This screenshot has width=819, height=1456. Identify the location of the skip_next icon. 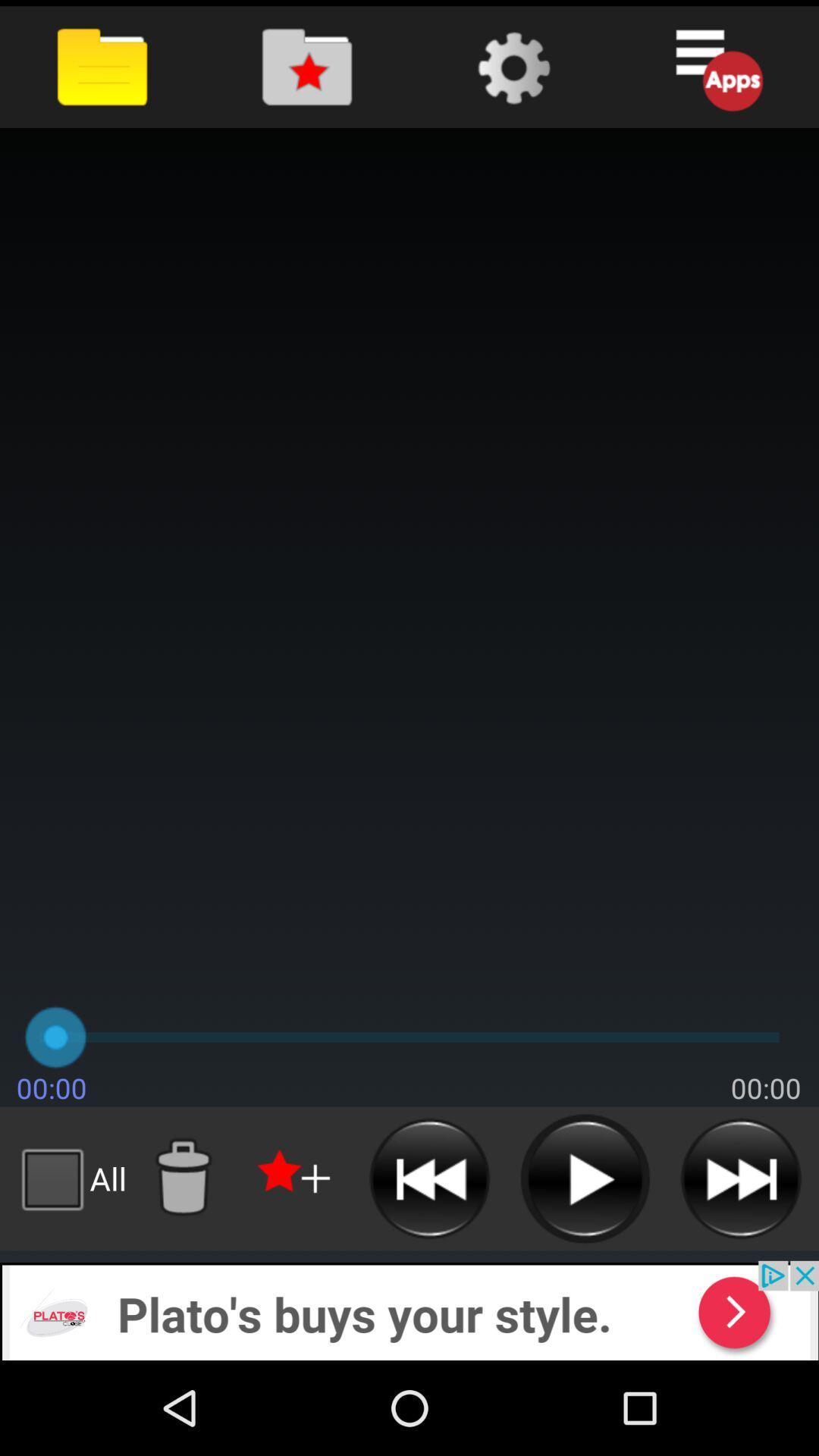
(740, 1261).